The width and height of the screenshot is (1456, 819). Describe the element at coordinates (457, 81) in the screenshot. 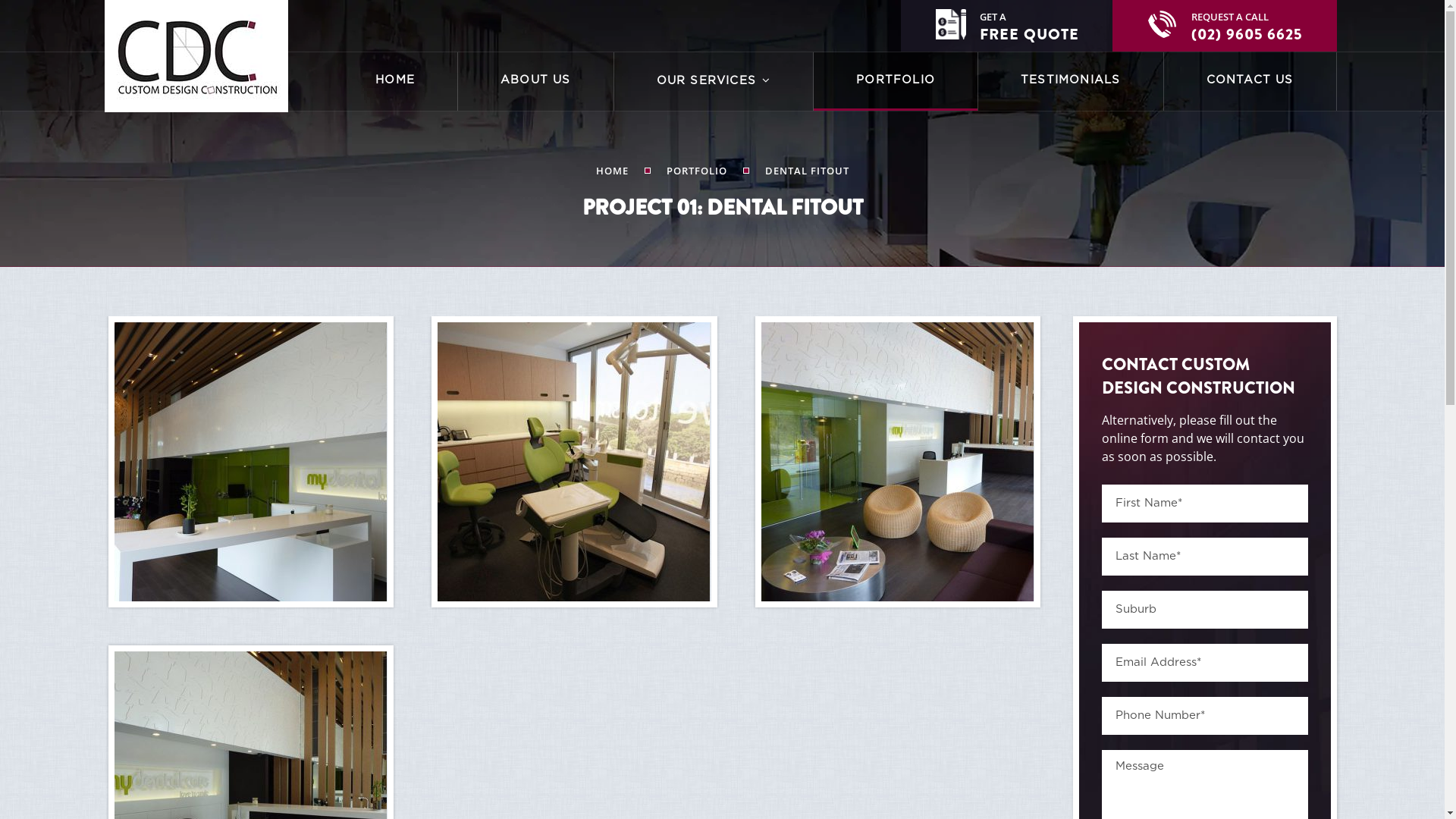

I see `'ABOUT US'` at that location.